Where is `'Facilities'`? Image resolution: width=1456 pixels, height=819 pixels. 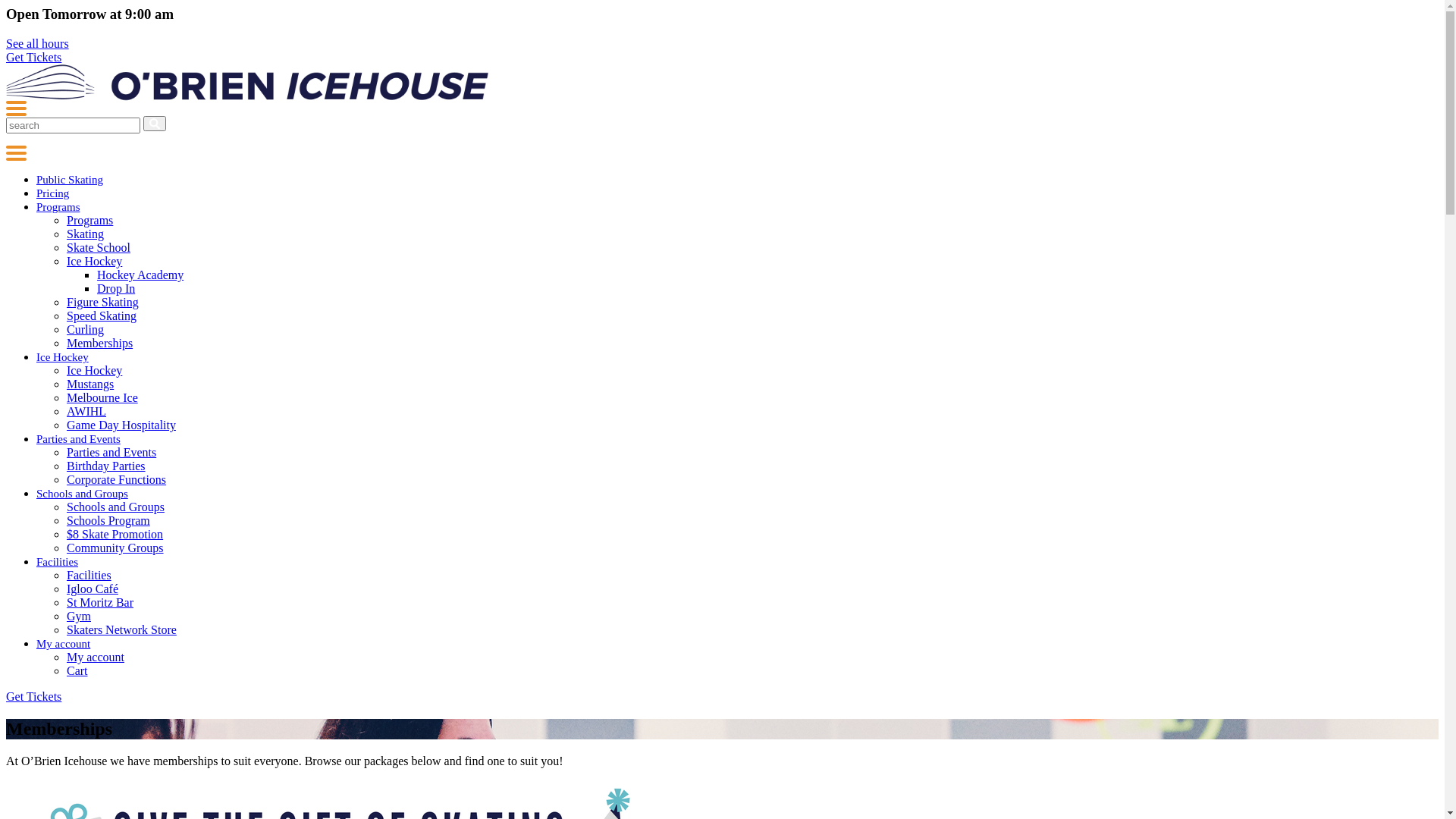
'Facilities' is located at coordinates (88, 575).